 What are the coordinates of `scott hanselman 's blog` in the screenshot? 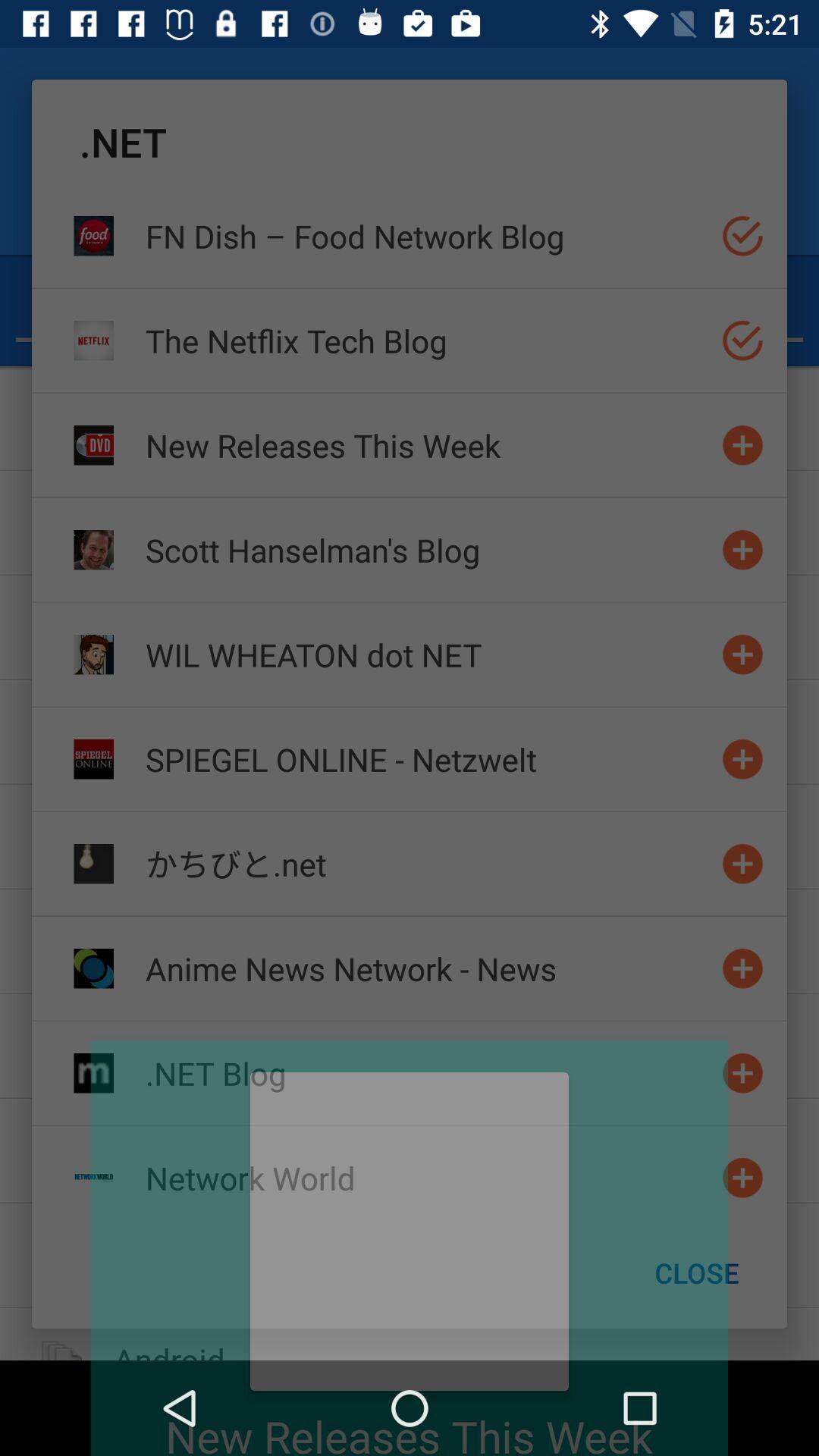 It's located at (742, 549).